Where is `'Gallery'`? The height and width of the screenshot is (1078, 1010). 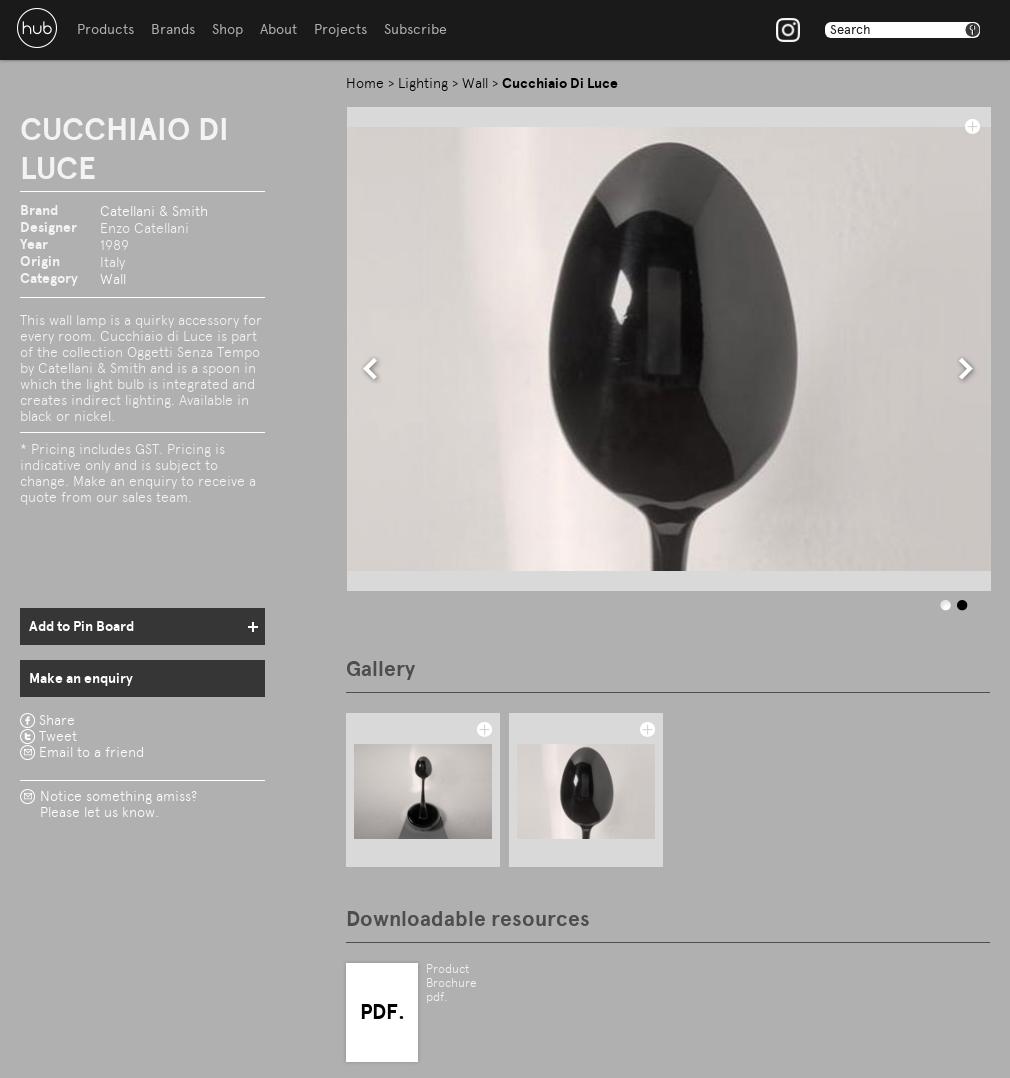
'Gallery' is located at coordinates (380, 669).